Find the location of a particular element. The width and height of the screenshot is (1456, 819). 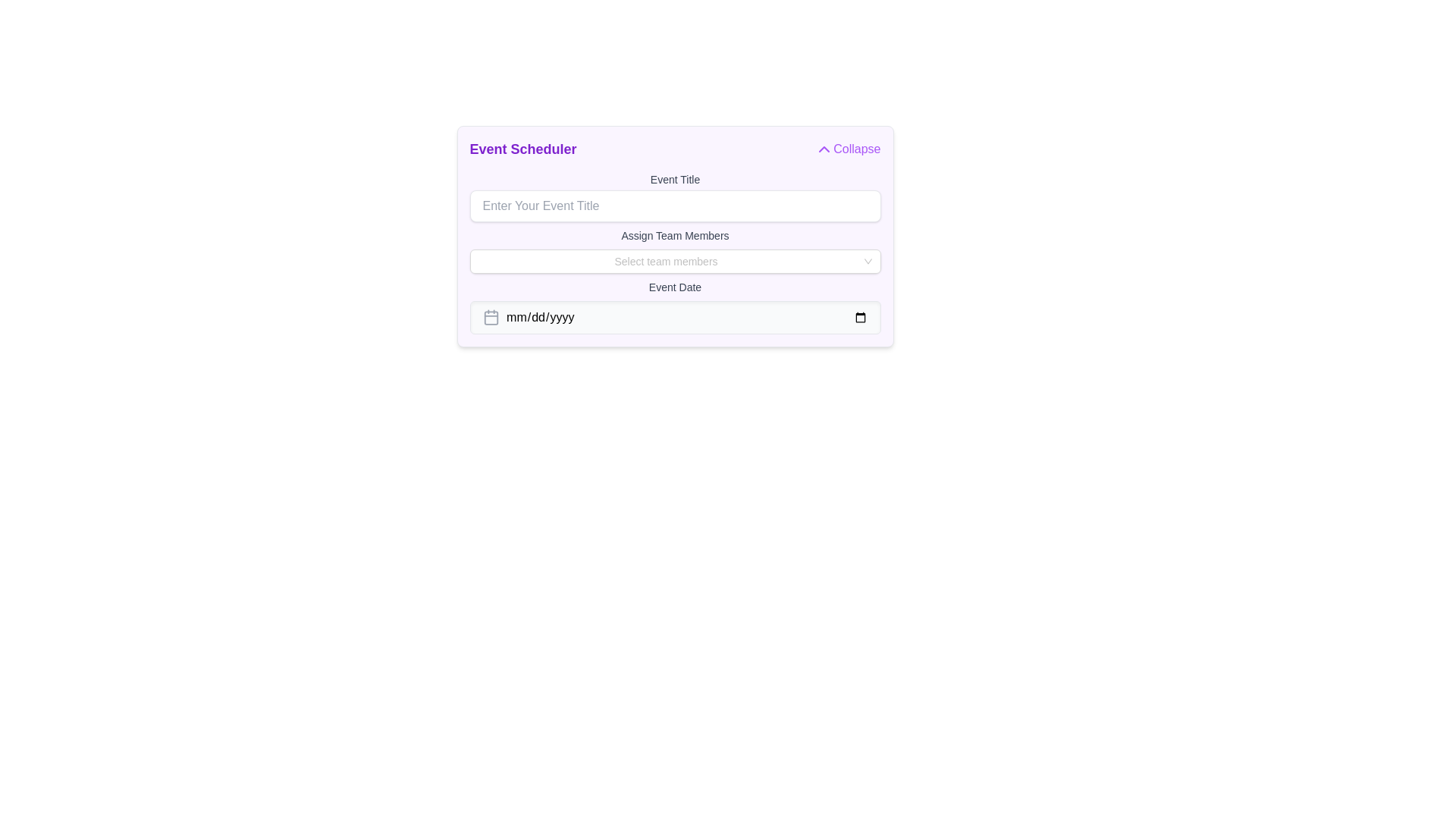

on the dropdown menu labeled 'Select team members' is located at coordinates (674, 260).